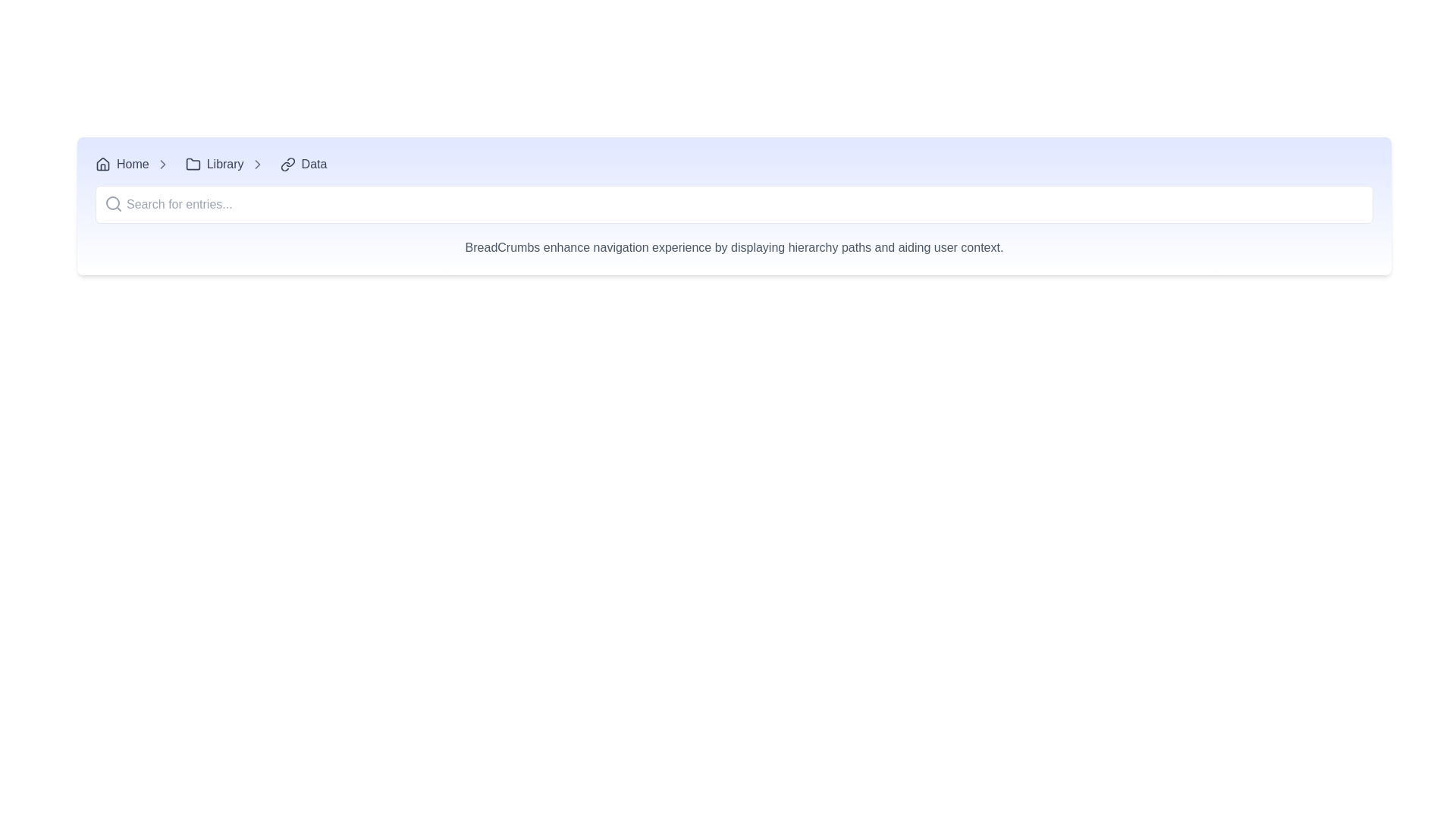 Image resolution: width=1456 pixels, height=819 pixels. I want to click on the house icon representing the 'Home' button in the breadcrumb navigation bar to trigger a tooltip or visual effect, so click(102, 164).